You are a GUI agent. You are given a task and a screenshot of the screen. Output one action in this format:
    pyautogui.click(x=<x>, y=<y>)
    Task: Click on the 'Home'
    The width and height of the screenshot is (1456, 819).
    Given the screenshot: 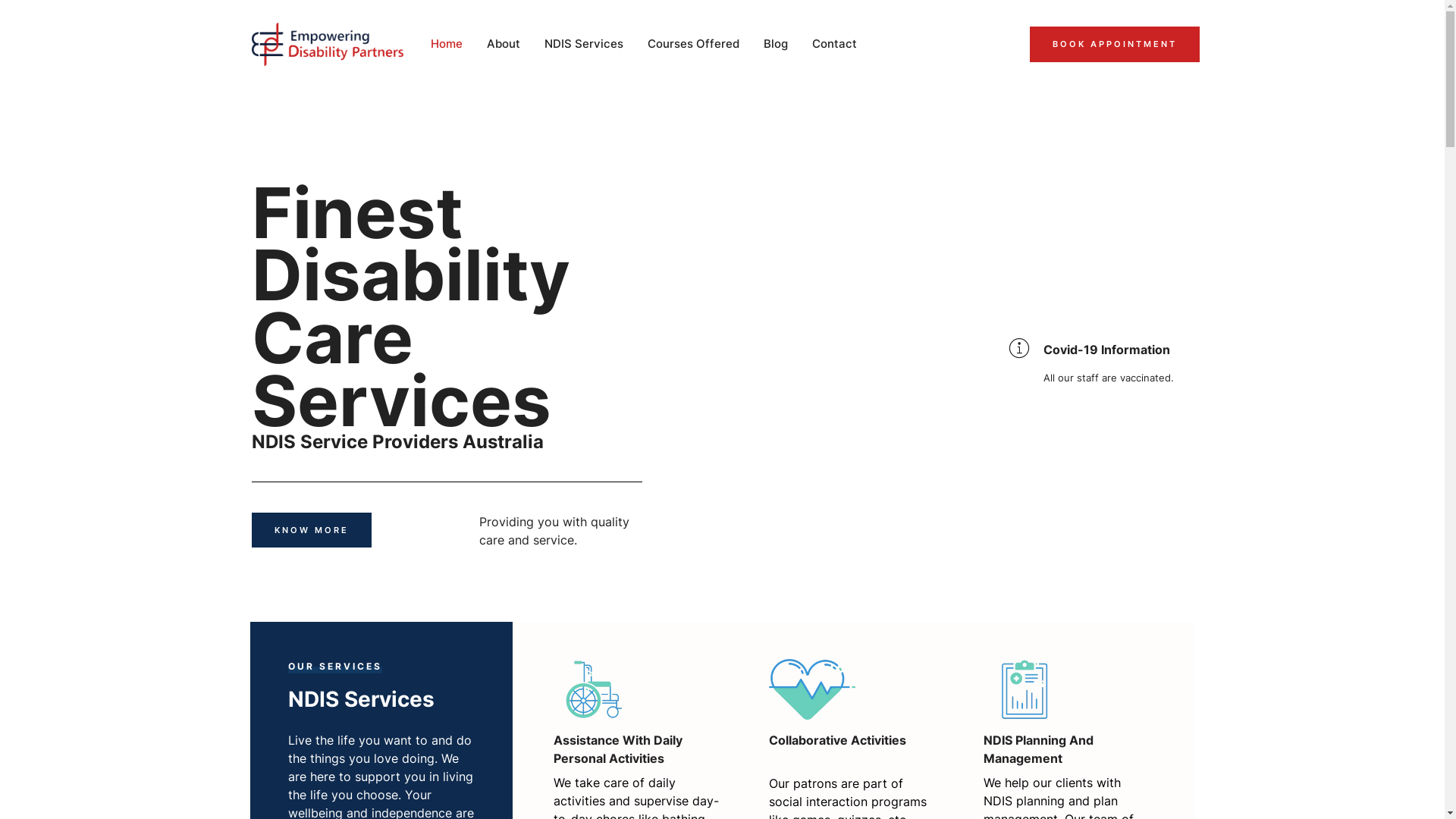 What is the action you would take?
    pyautogui.click(x=449, y=43)
    